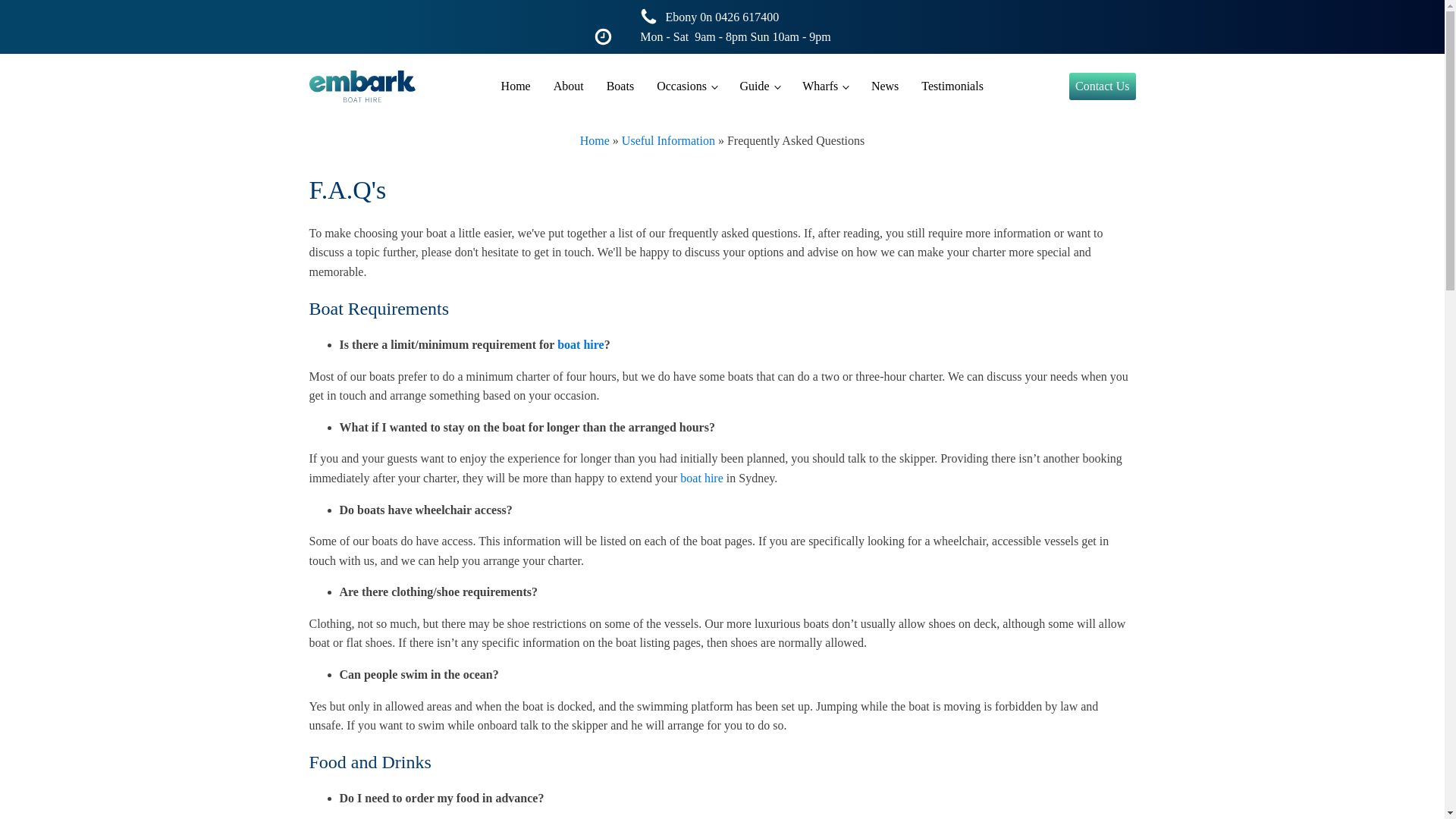 The image size is (1456, 819). Describe the element at coordinates (884, 86) in the screenshot. I see `'News'` at that location.